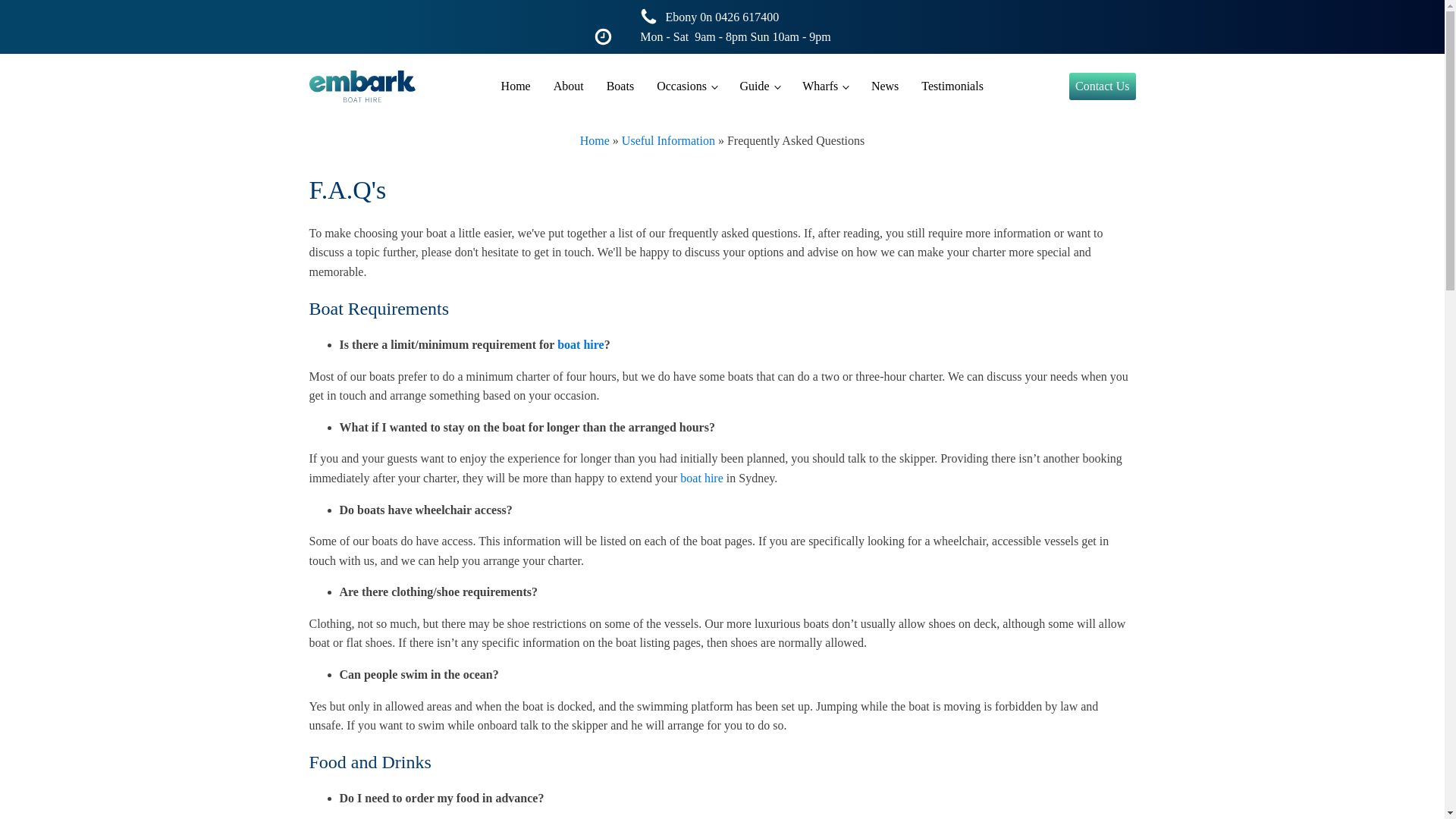 The image size is (1456, 819). Describe the element at coordinates (884, 86) in the screenshot. I see `'News'` at that location.